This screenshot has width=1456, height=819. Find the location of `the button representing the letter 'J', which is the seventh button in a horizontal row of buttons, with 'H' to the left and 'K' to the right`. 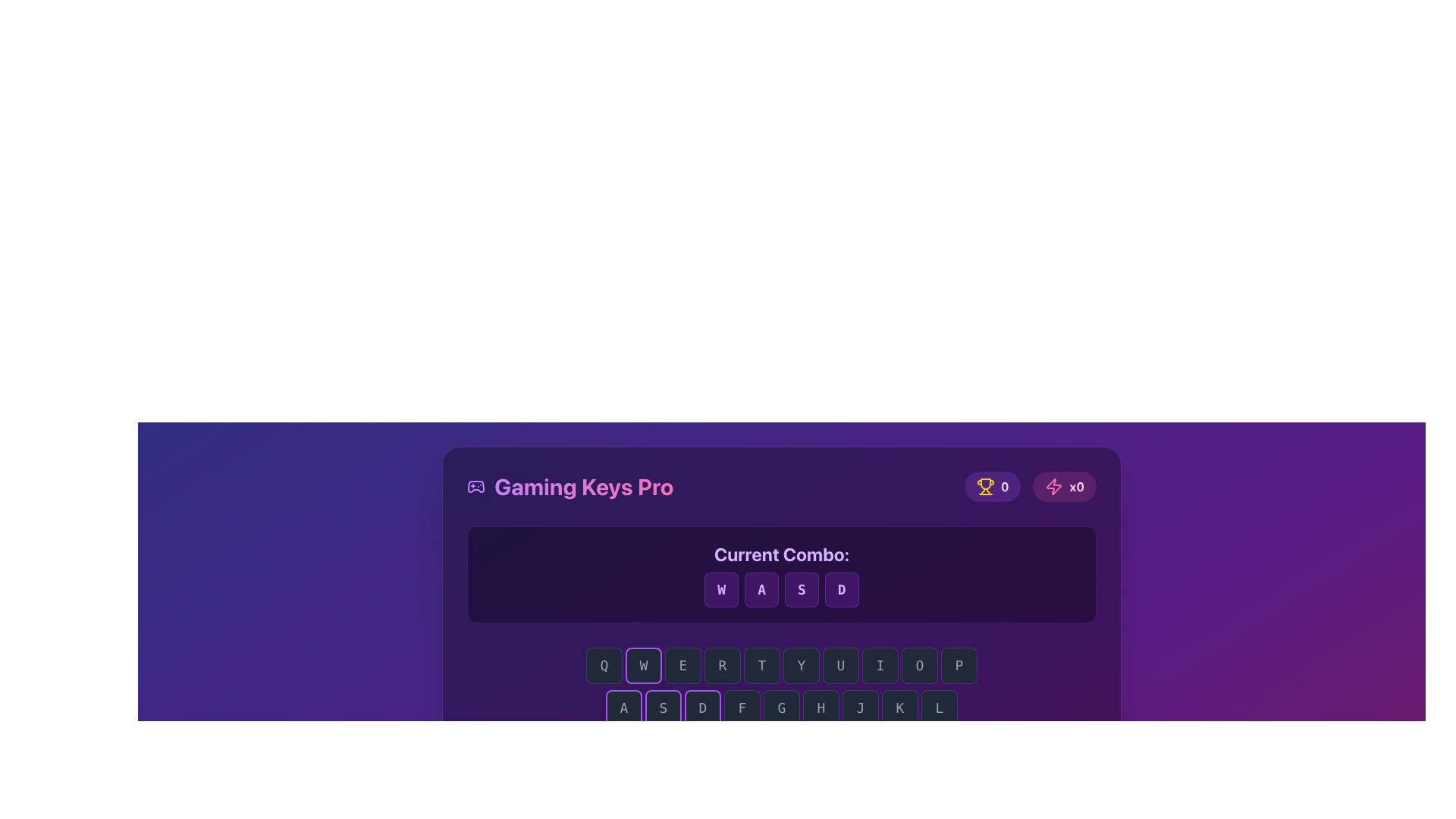

the button representing the letter 'J', which is the seventh button in a horizontal row of buttons, with 'H' to the left and 'K' to the right is located at coordinates (860, 708).